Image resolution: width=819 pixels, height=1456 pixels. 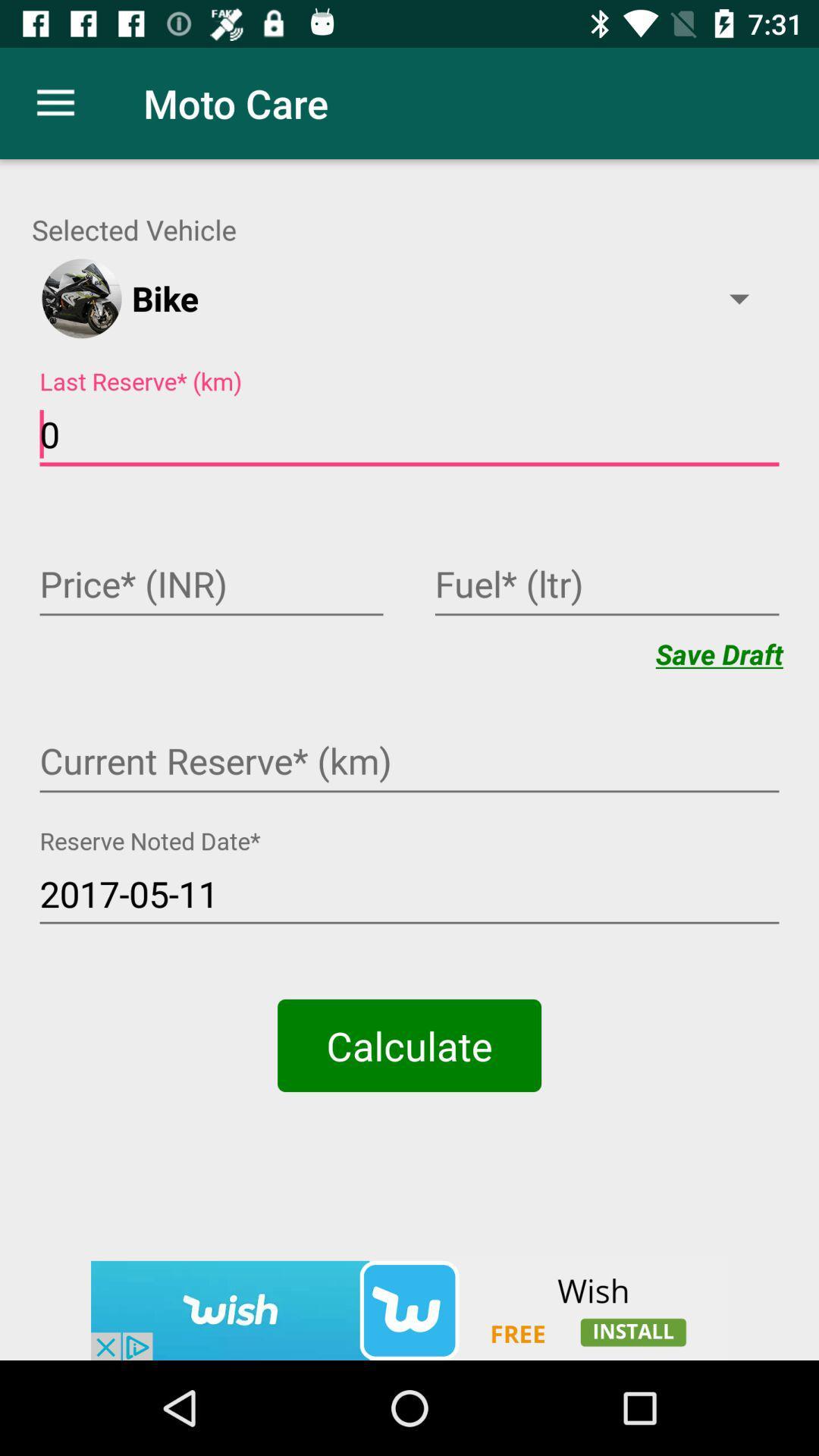 What do you see at coordinates (409, 895) in the screenshot?
I see `20170511` at bounding box center [409, 895].